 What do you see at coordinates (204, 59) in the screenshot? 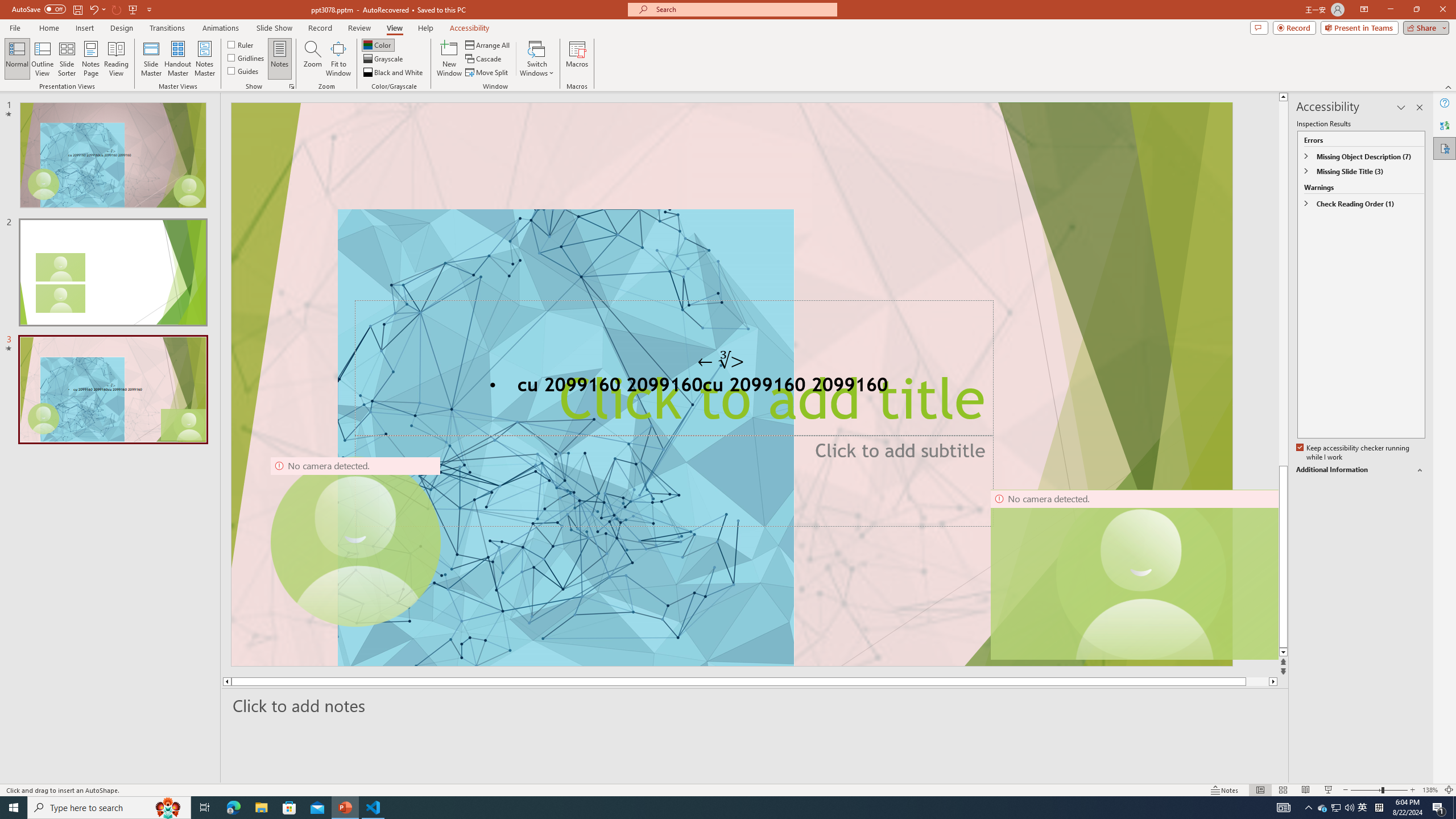
I see `'Notes Master'` at bounding box center [204, 59].